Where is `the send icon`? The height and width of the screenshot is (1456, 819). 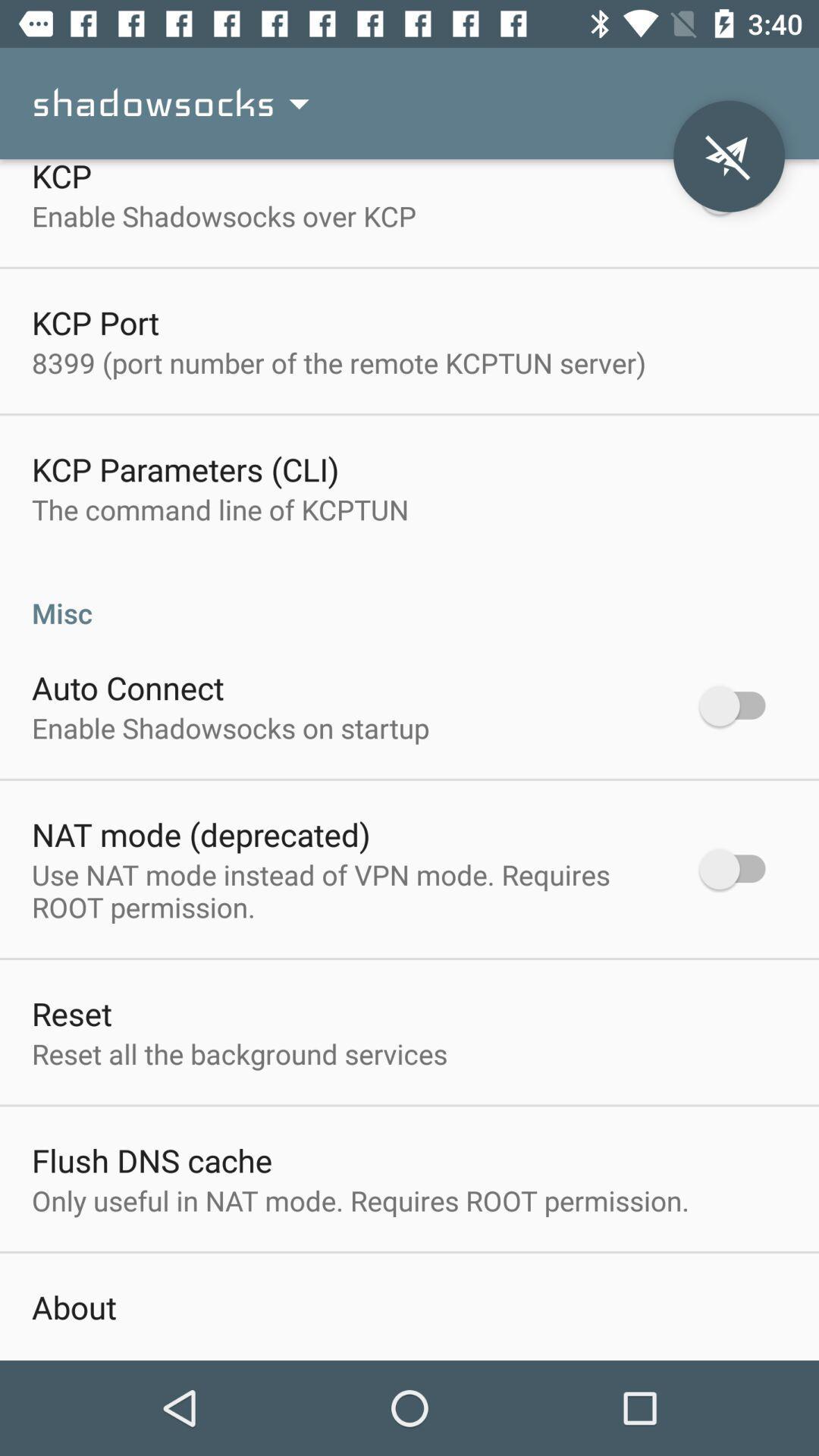
the send icon is located at coordinates (728, 156).